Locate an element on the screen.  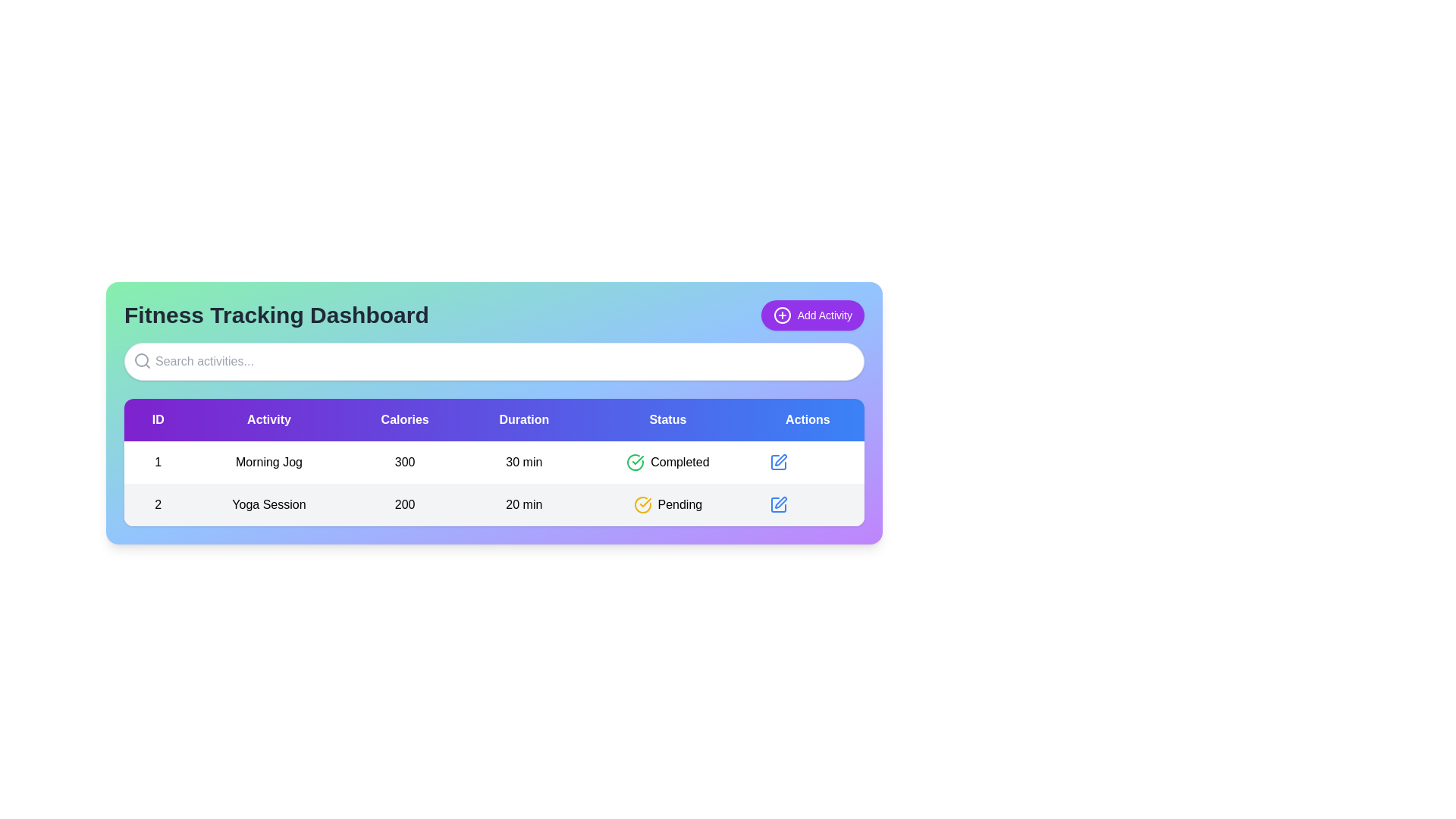
the edit button styled as an icon, which is the last icon in the 'Actions' column of the second row in the table, to modify the details of the 'Yoga Session' activity is located at coordinates (778, 505).